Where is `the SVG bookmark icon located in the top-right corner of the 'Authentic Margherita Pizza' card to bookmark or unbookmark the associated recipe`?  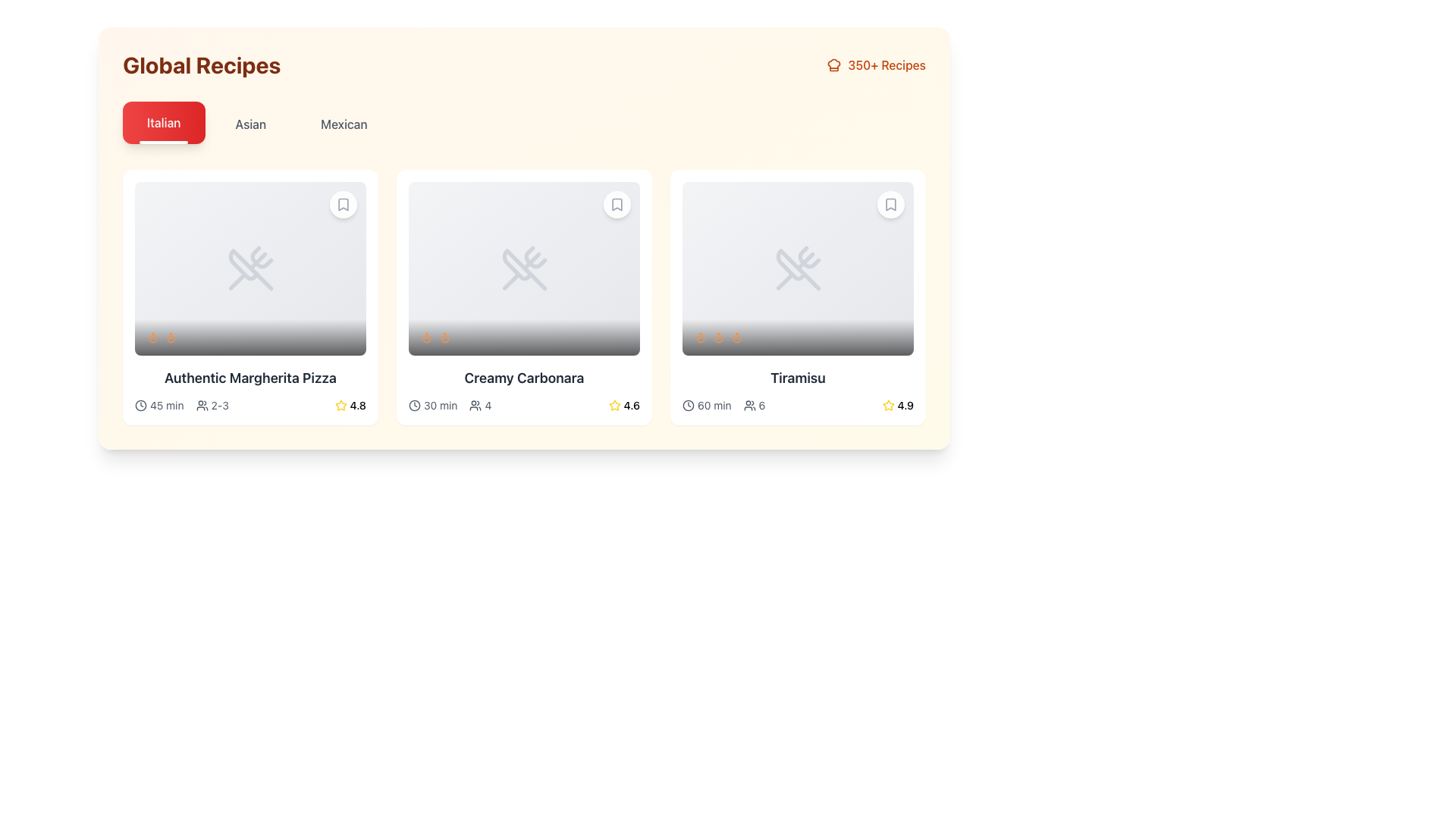
the SVG bookmark icon located in the top-right corner of the 'Authentic Margherita Pizza' card to bookmark or unbookmark the associated recipe is located at coordinates (342, 205).